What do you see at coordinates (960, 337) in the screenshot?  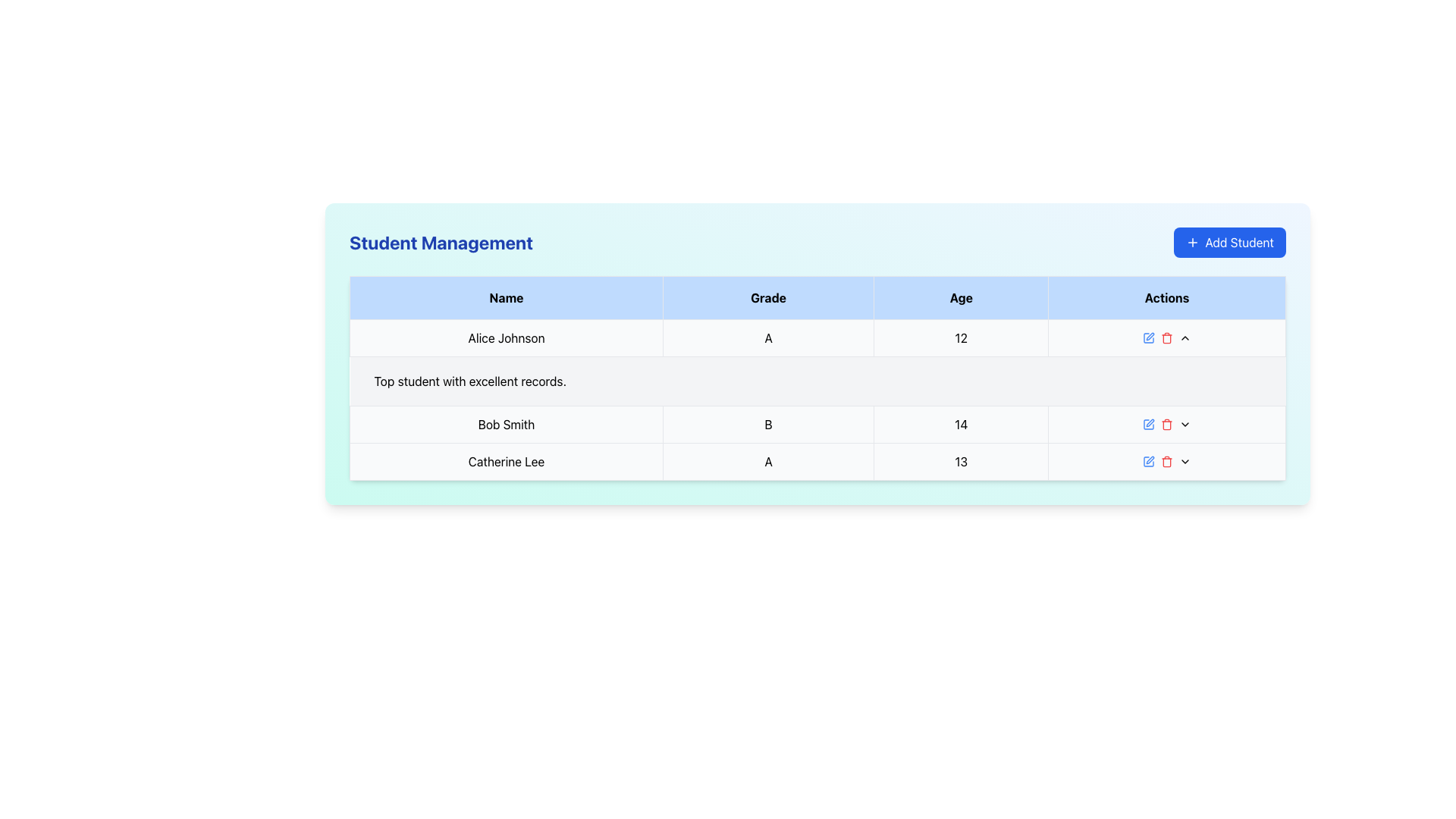 I see `the table cell that displays the age of the student 'Alice Johnson', located in the first row of the 'Age' column` at bounding box center [960, 337].